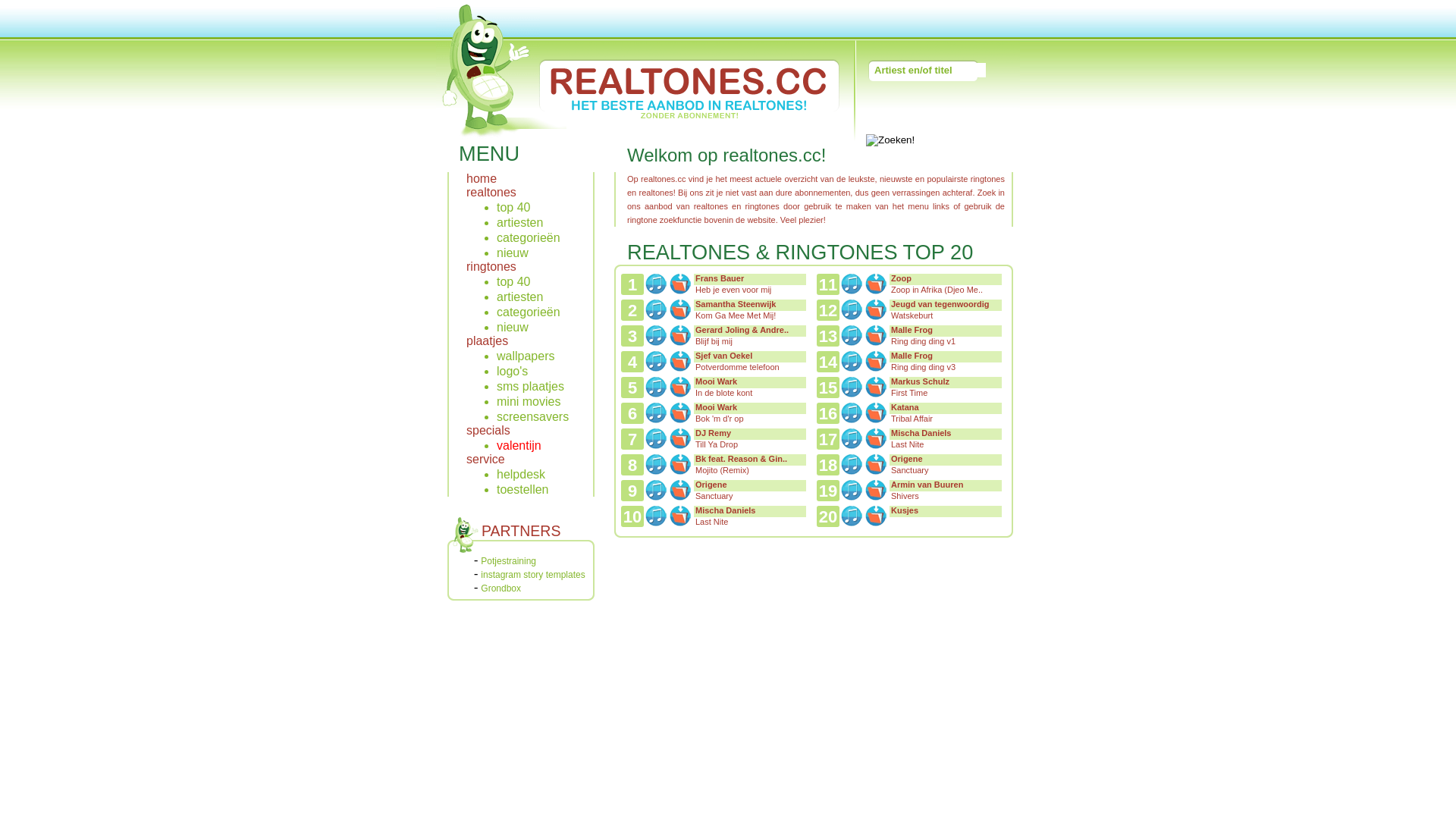  What do you see at coordinates (525, 356) in the screenshot?
I see `'wallpapers'` at bounding box center [525, 356].